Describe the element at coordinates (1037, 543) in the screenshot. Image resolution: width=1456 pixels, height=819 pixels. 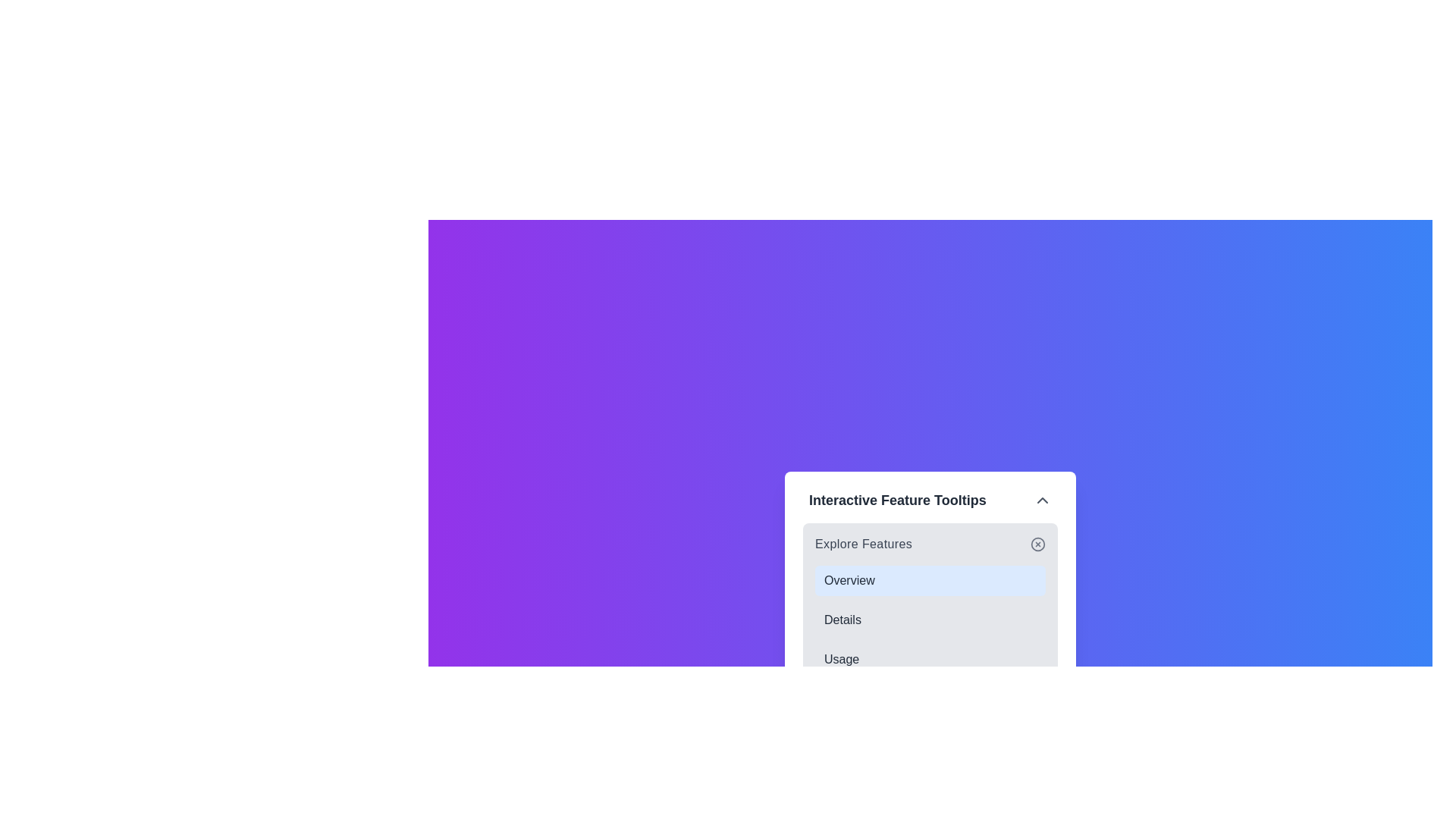
I see `the circular gray button with a cross inside located at the top right corner of the Explore Features section` at that location.